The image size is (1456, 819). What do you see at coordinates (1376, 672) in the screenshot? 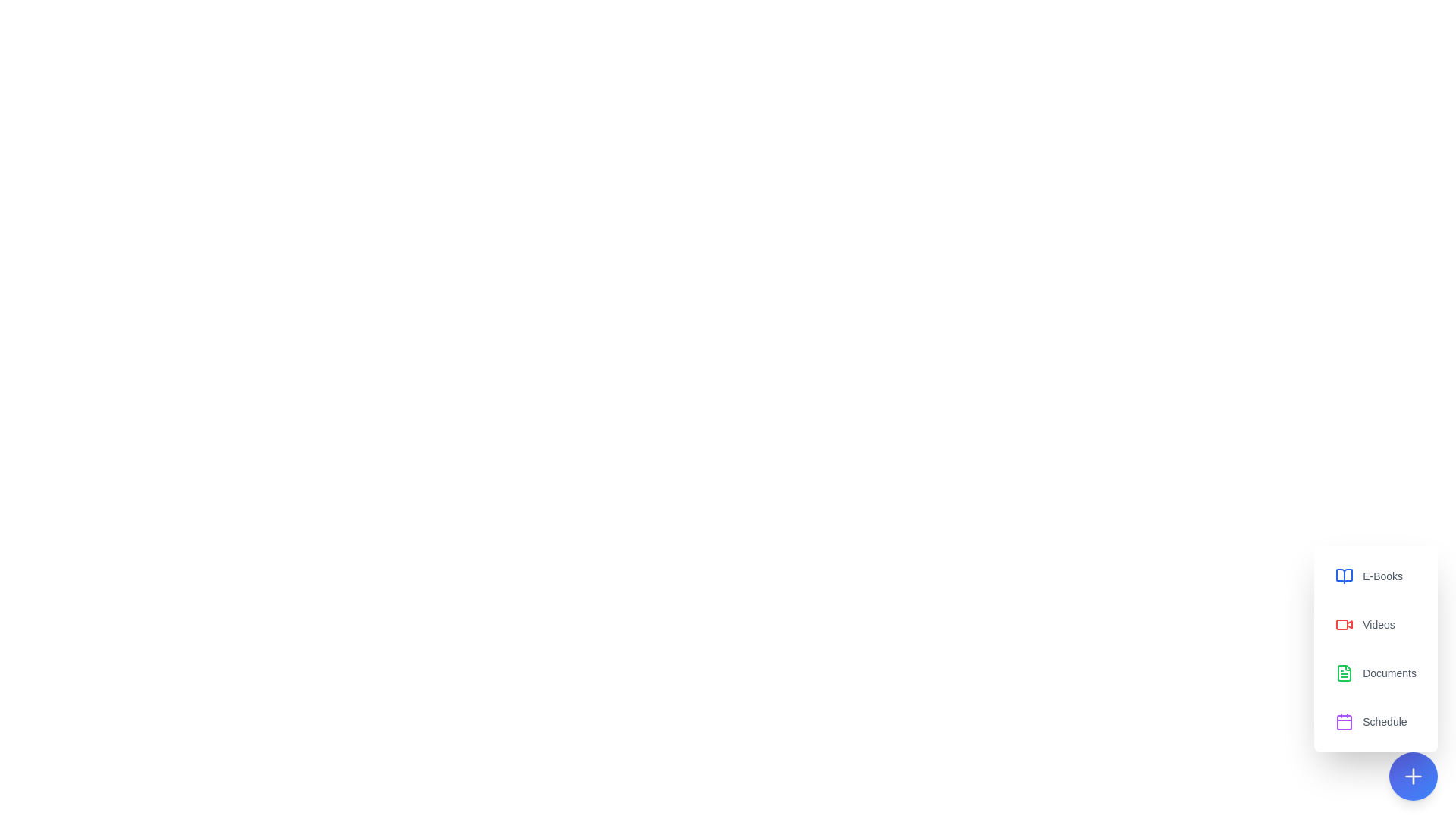
I see `the button corresponding to Documents to access the desired resource` at bounding box center [1376, 672].